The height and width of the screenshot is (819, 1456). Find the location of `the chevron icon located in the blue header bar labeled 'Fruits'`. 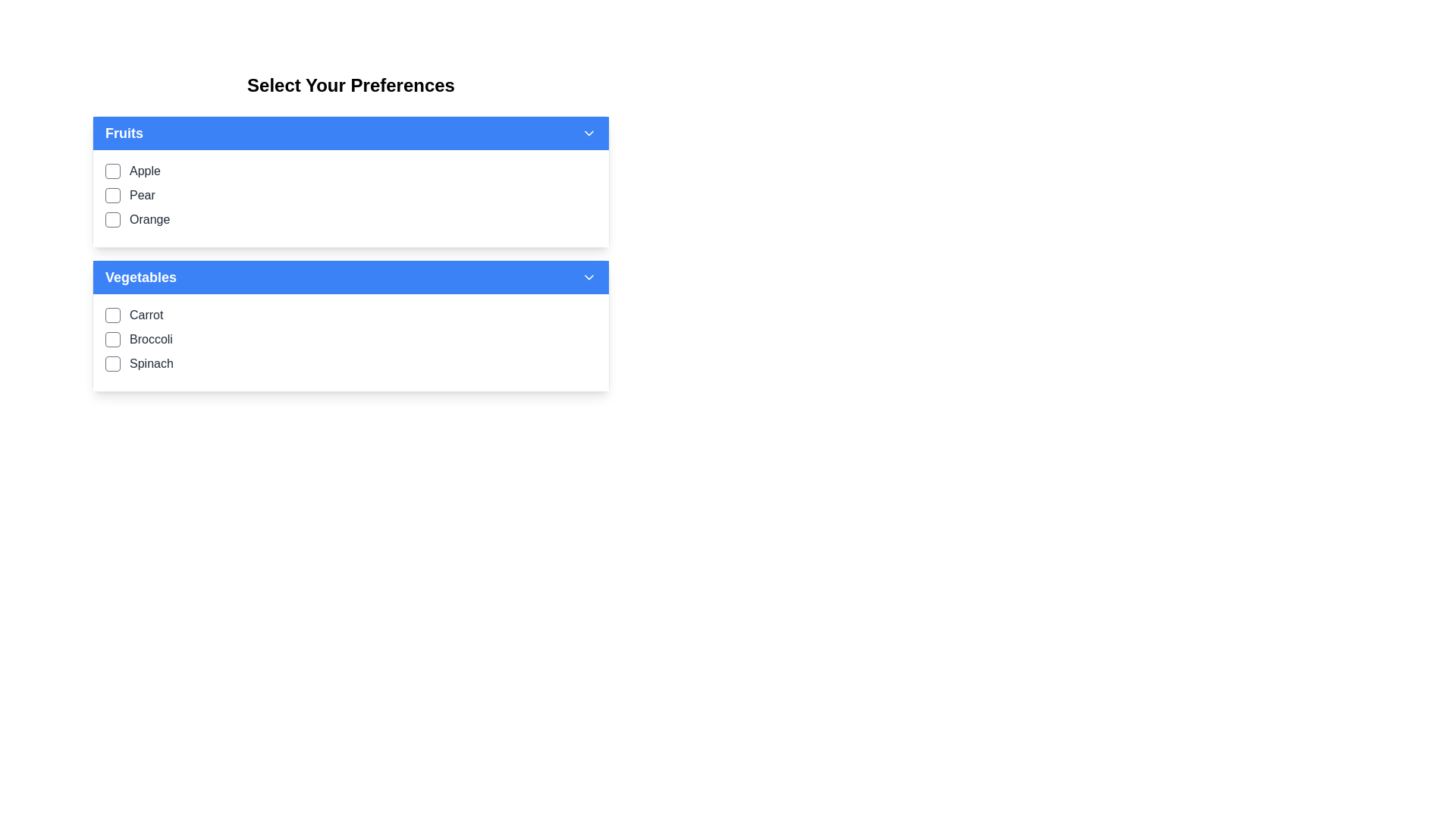

the chevron icon located in the blue header bar labeled 'Fruits' is located at coordinates (588, 133).